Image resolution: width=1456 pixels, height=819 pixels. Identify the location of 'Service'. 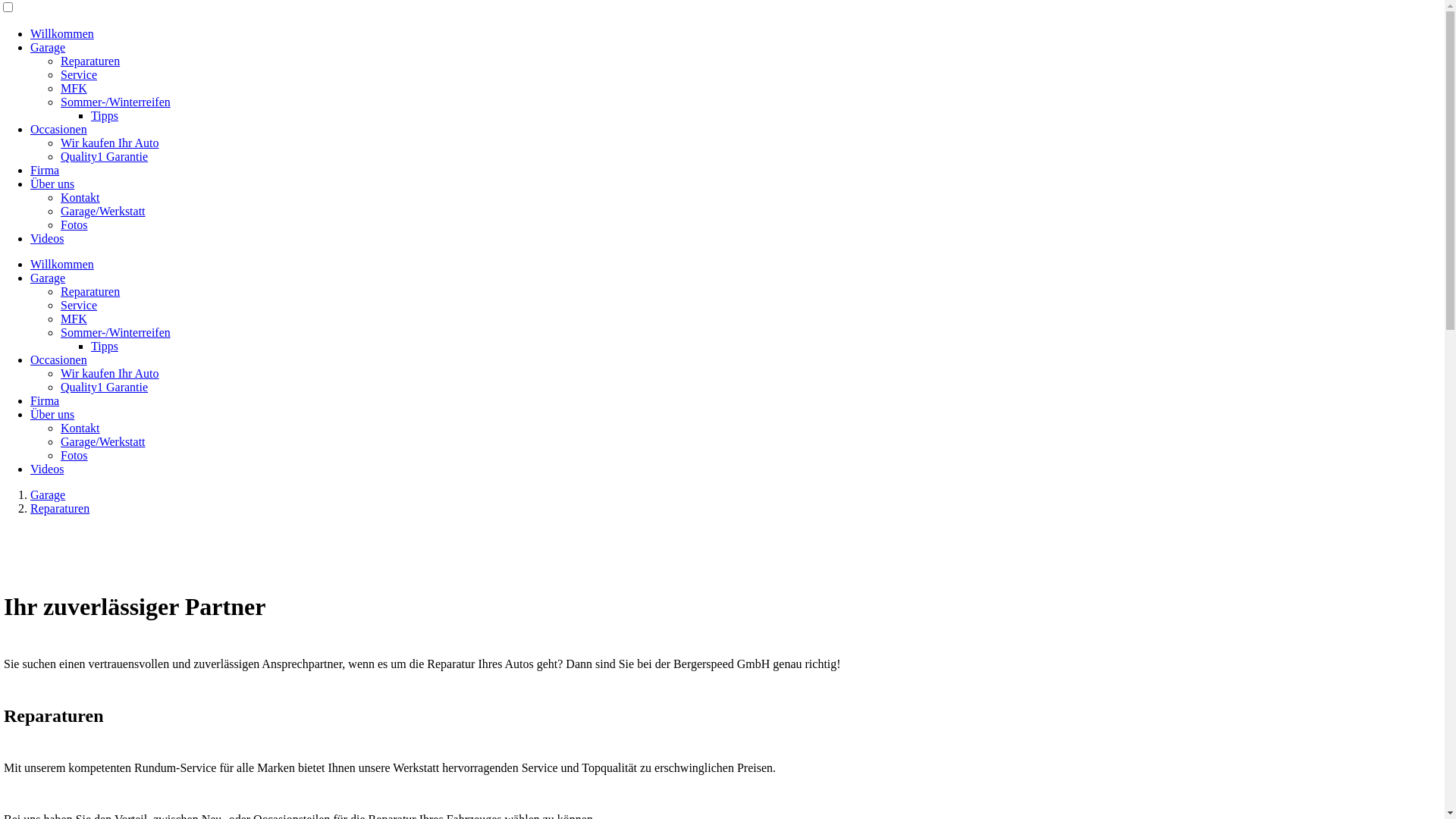
(78, 74).